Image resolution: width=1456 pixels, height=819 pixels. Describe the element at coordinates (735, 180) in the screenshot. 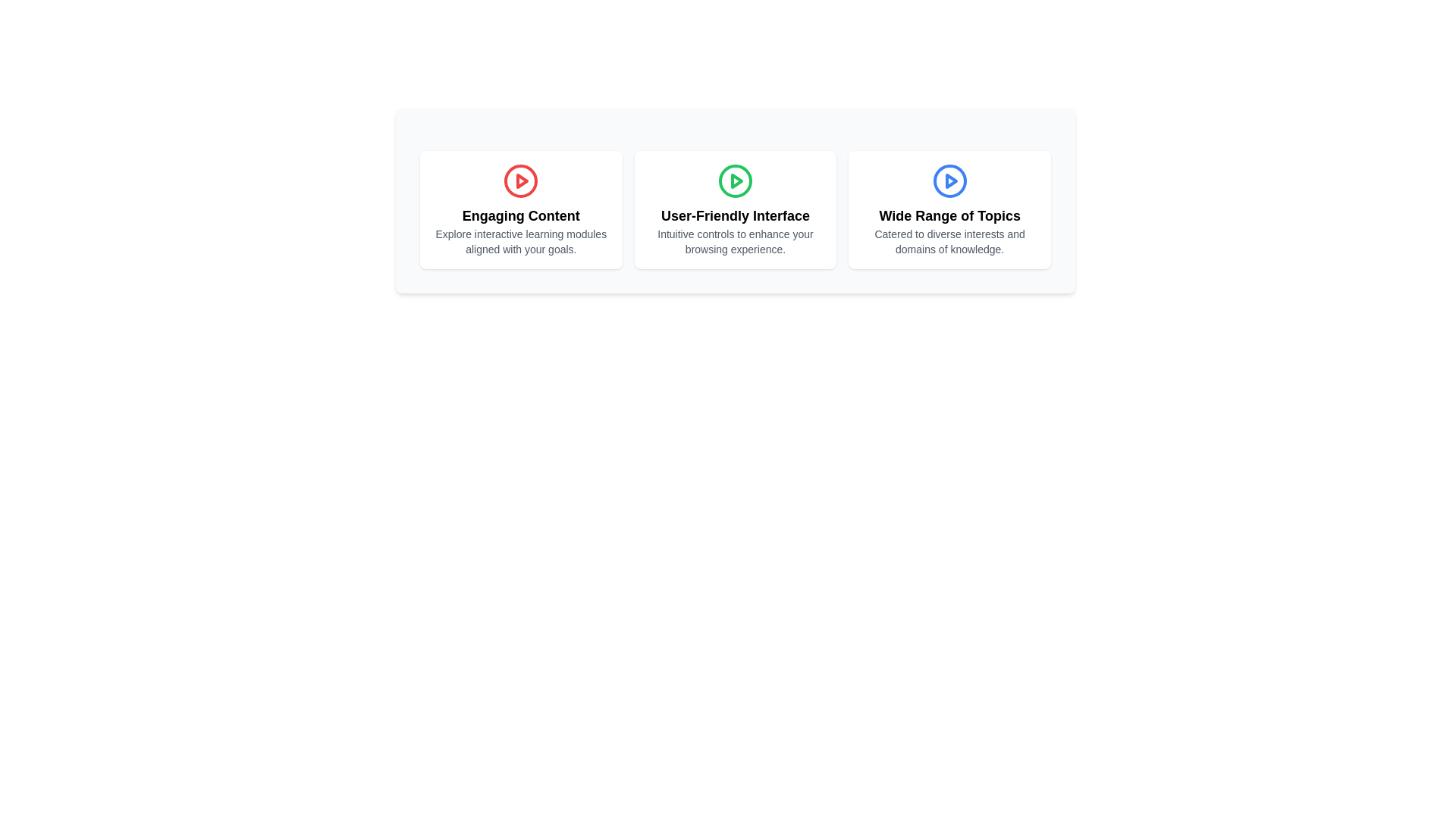

I see `the circular border within the green play icon, which is part of a user-friendly interface SVG graphic` at that location.